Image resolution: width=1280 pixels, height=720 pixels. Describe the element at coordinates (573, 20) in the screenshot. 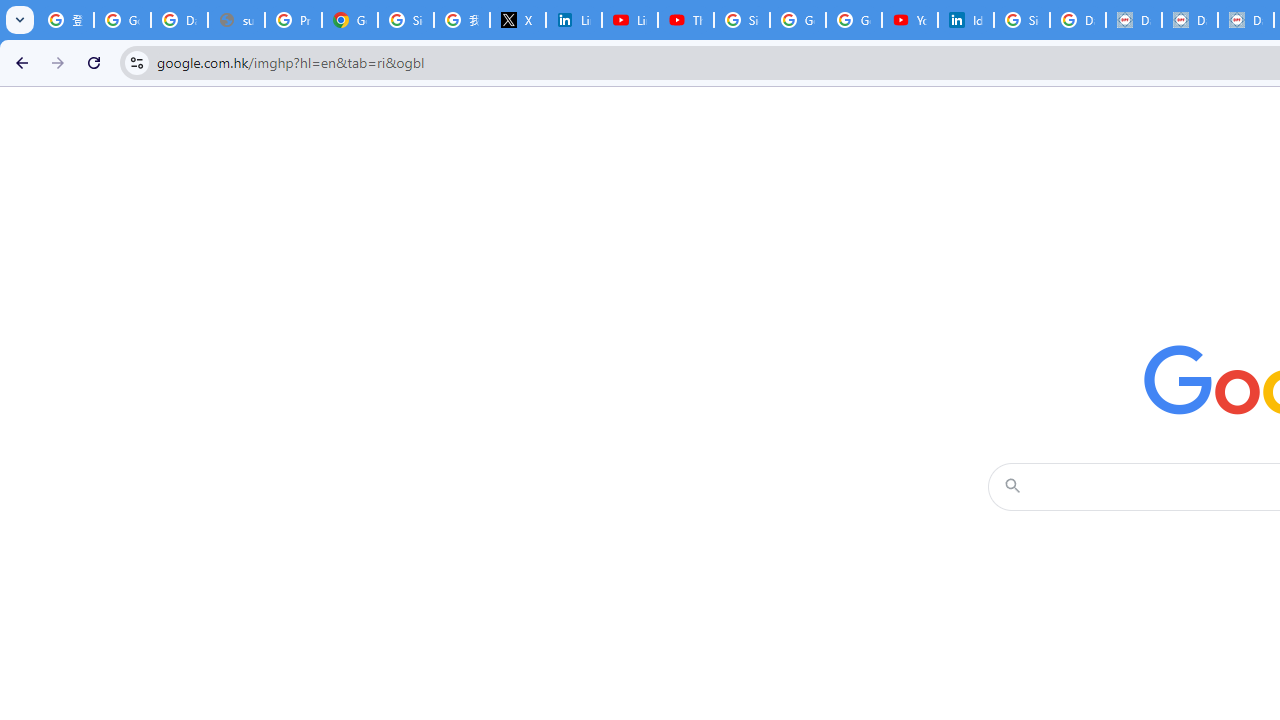

I see `'LinkedIn Privacy Policy'` at that location.